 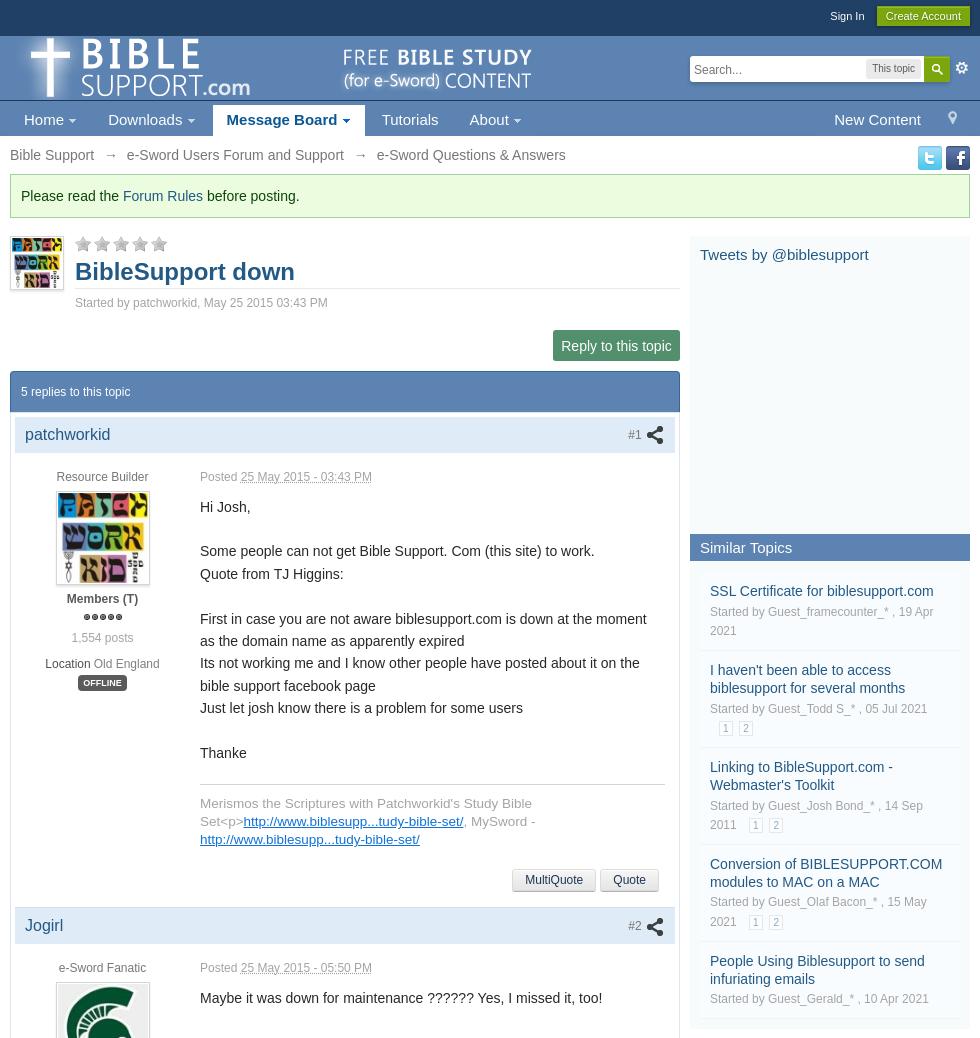 What do you see at coordinates (225, 506) in the screenshot?
I see `'Hi Josh,'` at bounding box center [225, 506].